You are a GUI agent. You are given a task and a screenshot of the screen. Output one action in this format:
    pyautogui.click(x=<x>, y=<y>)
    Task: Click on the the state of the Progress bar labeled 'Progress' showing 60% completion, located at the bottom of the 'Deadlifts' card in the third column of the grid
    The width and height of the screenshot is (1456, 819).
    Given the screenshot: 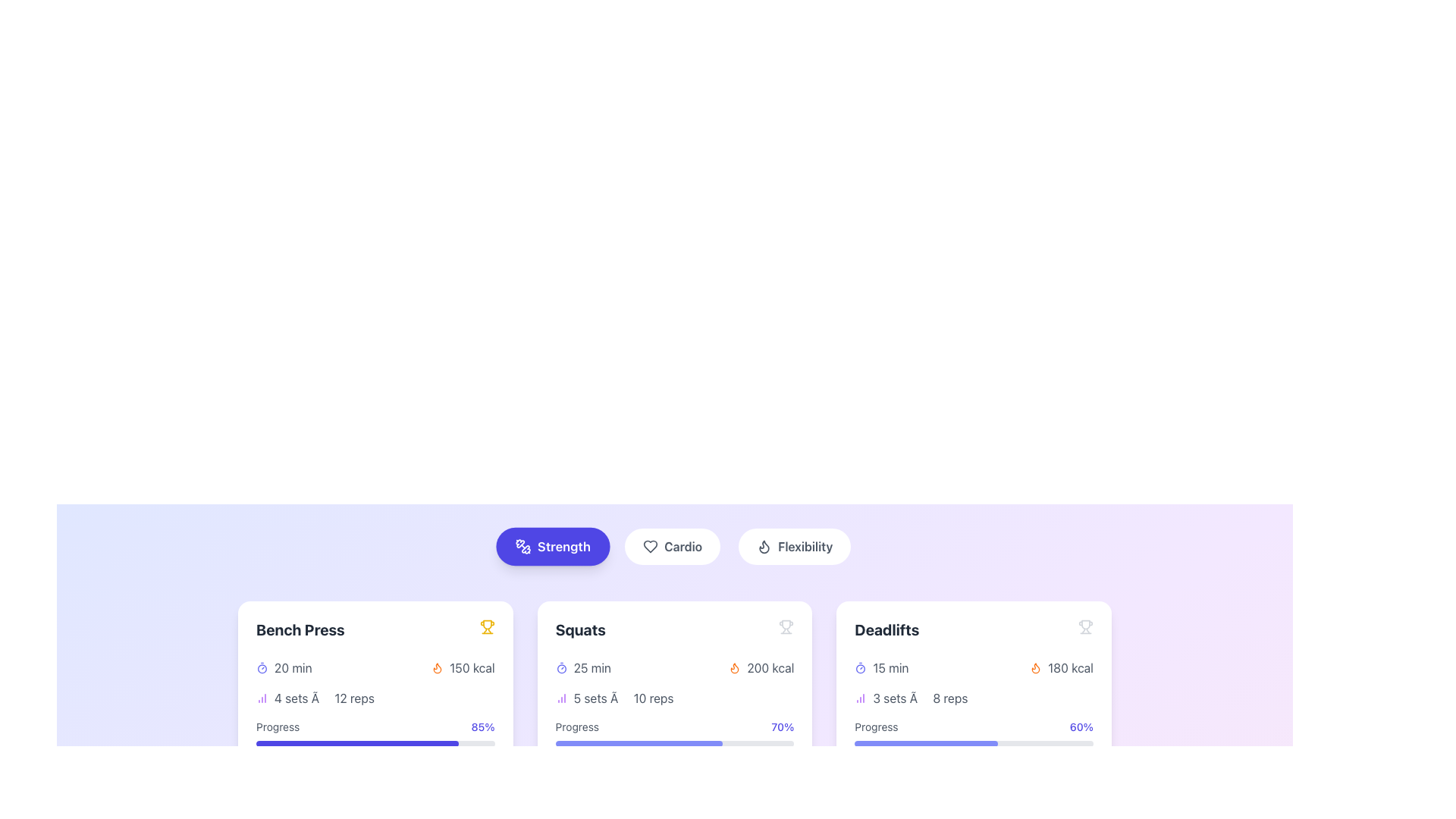 What is the action you would take?
    pyautogui.click(x=974, y=733)
    